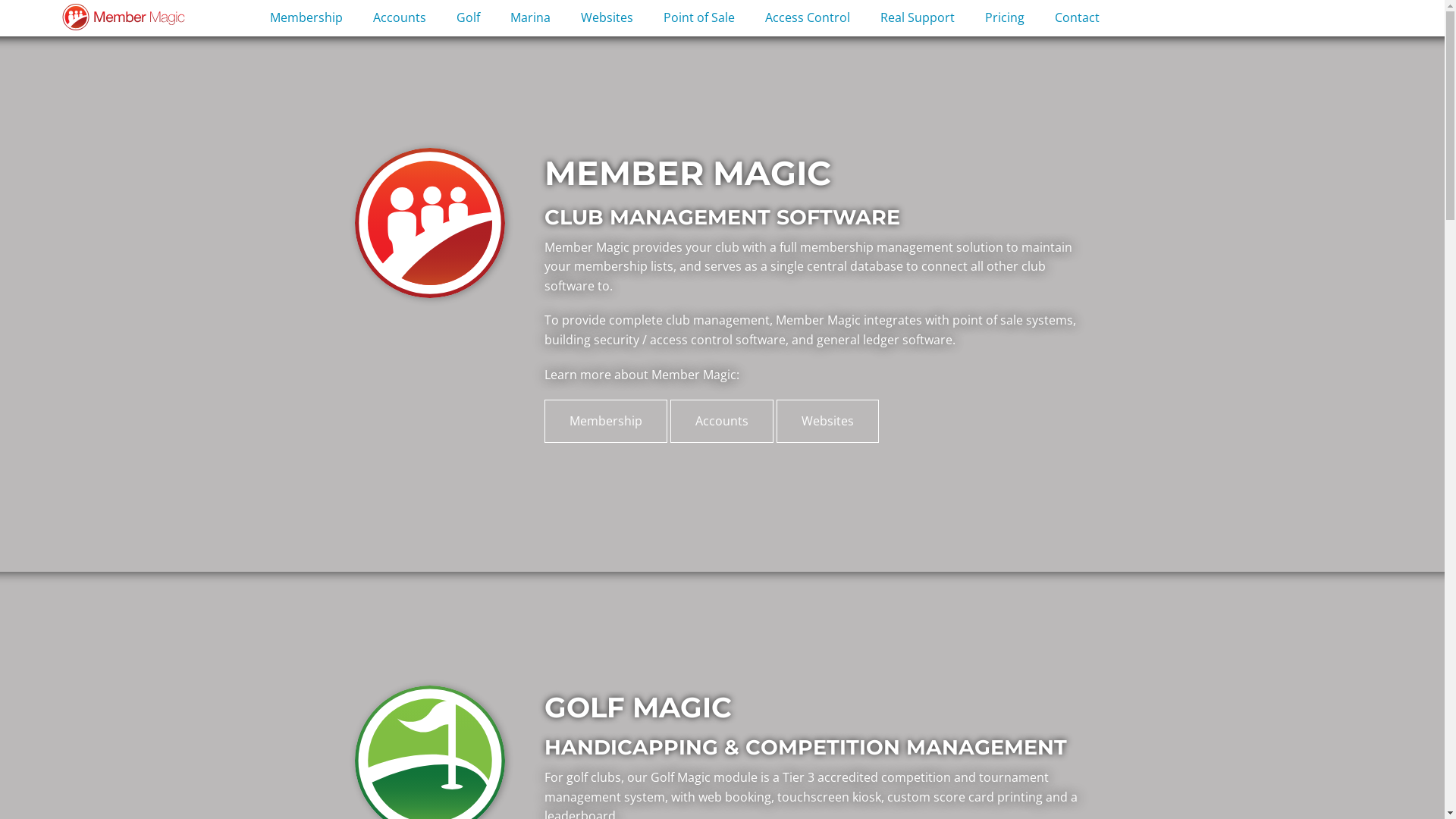  I want to click on 'Pricing', so click(1004, 18).